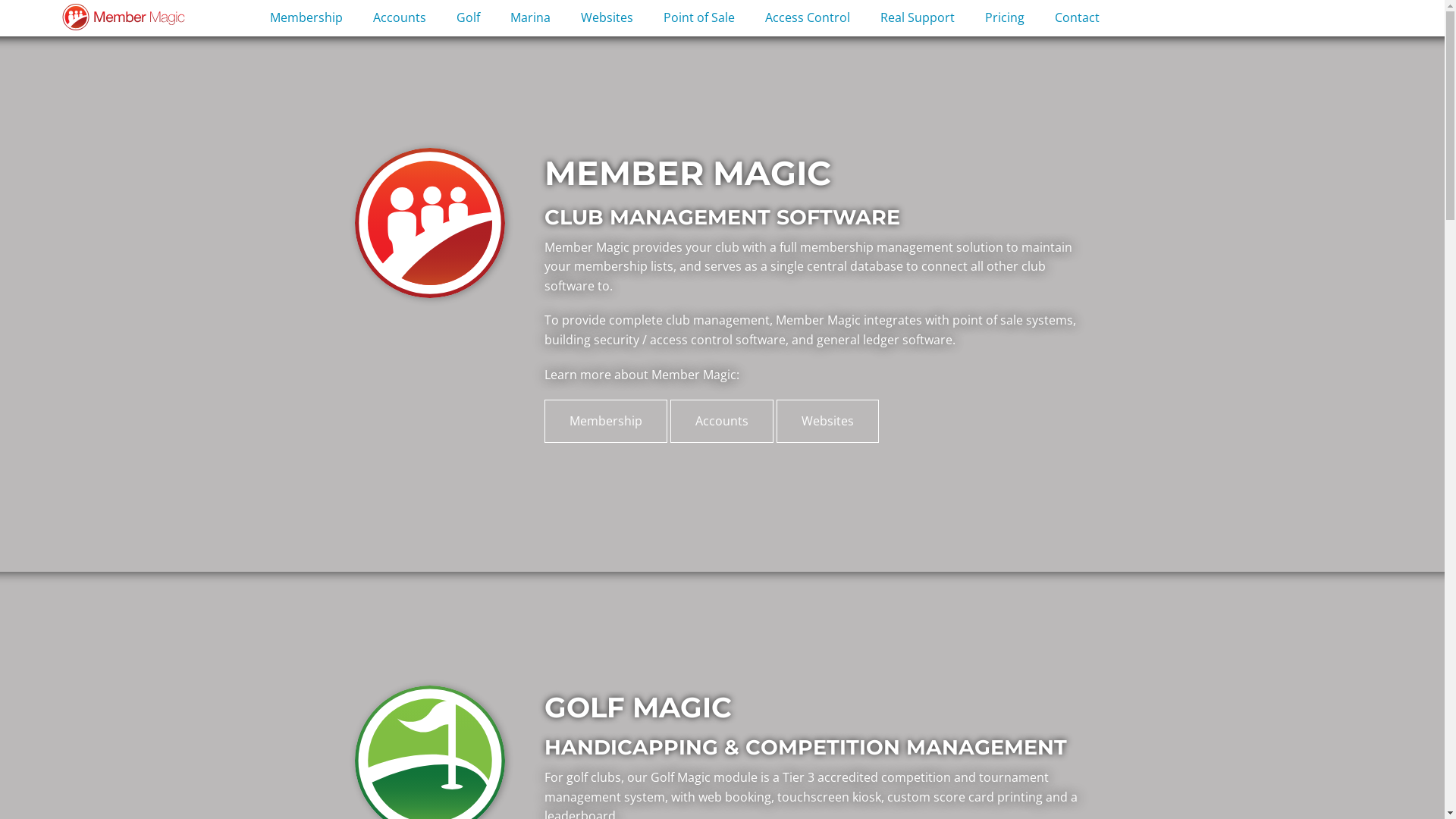  I want to click on 'Pricing', so click(1004, 18).